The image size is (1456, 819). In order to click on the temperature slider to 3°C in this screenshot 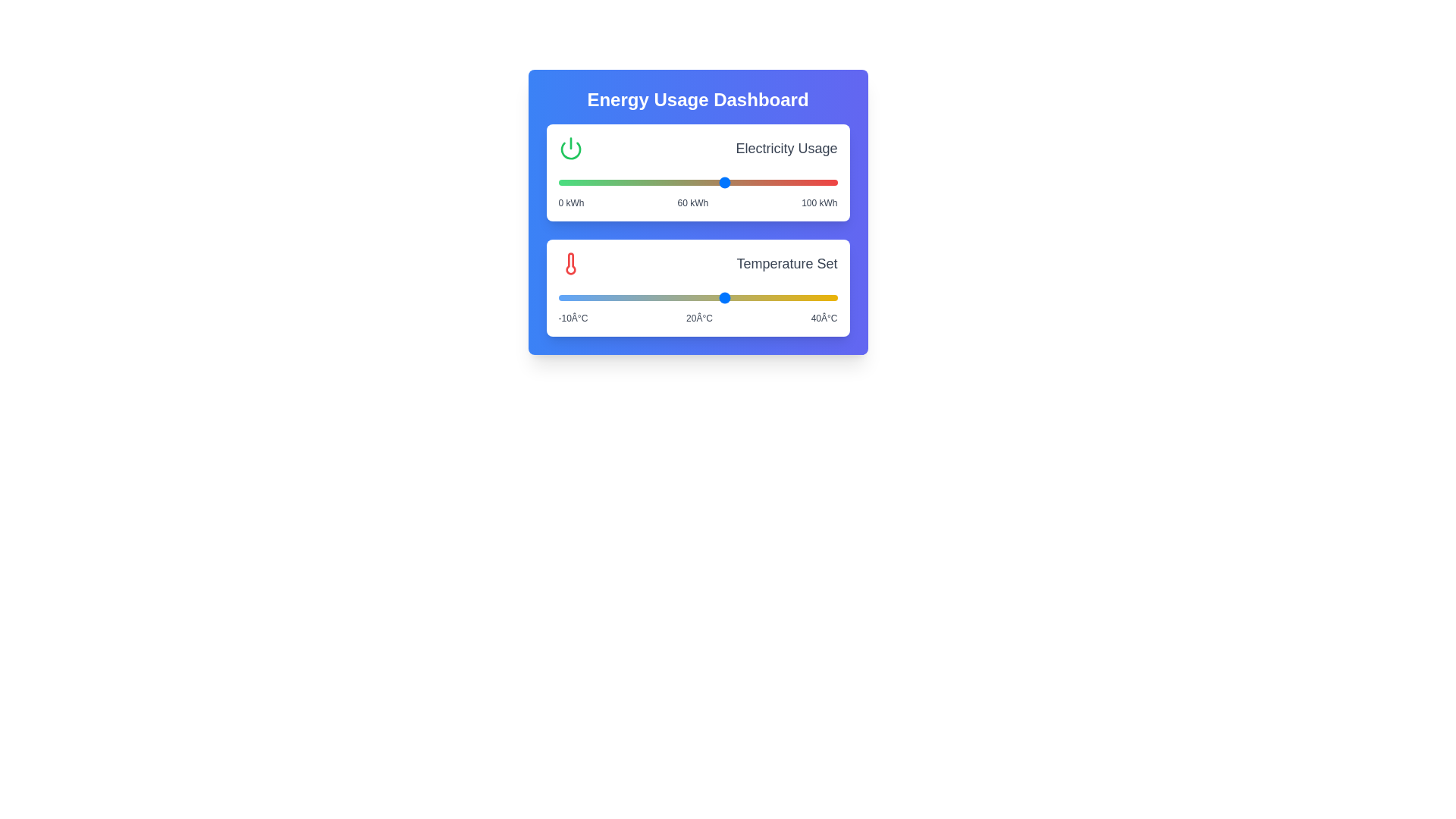, I will do `click(631, 298)`.